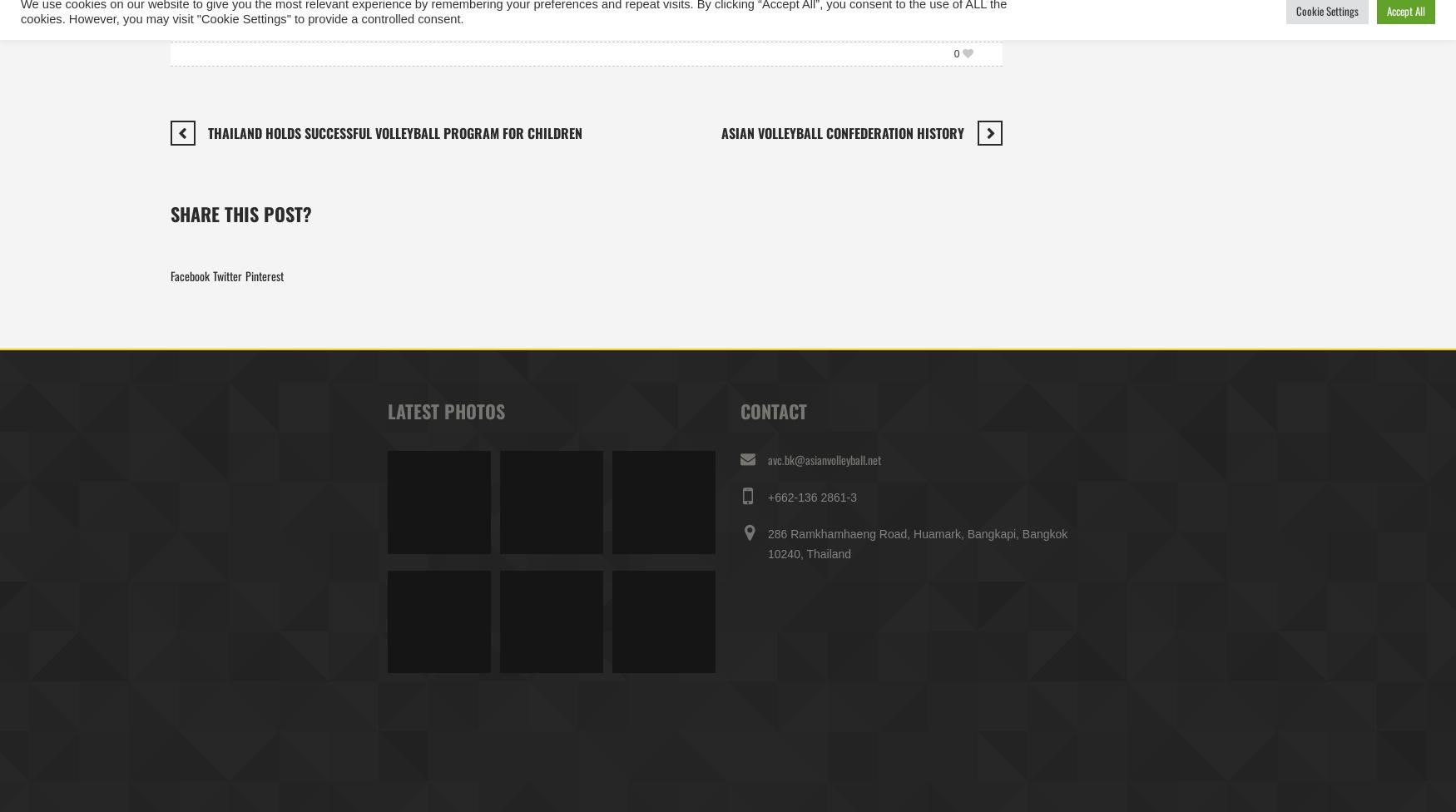 The image size is (1456, 812). Describe the element at coordinates (766, 497) in the screenshot. I see `'+662-136 2861-3'` at that location.